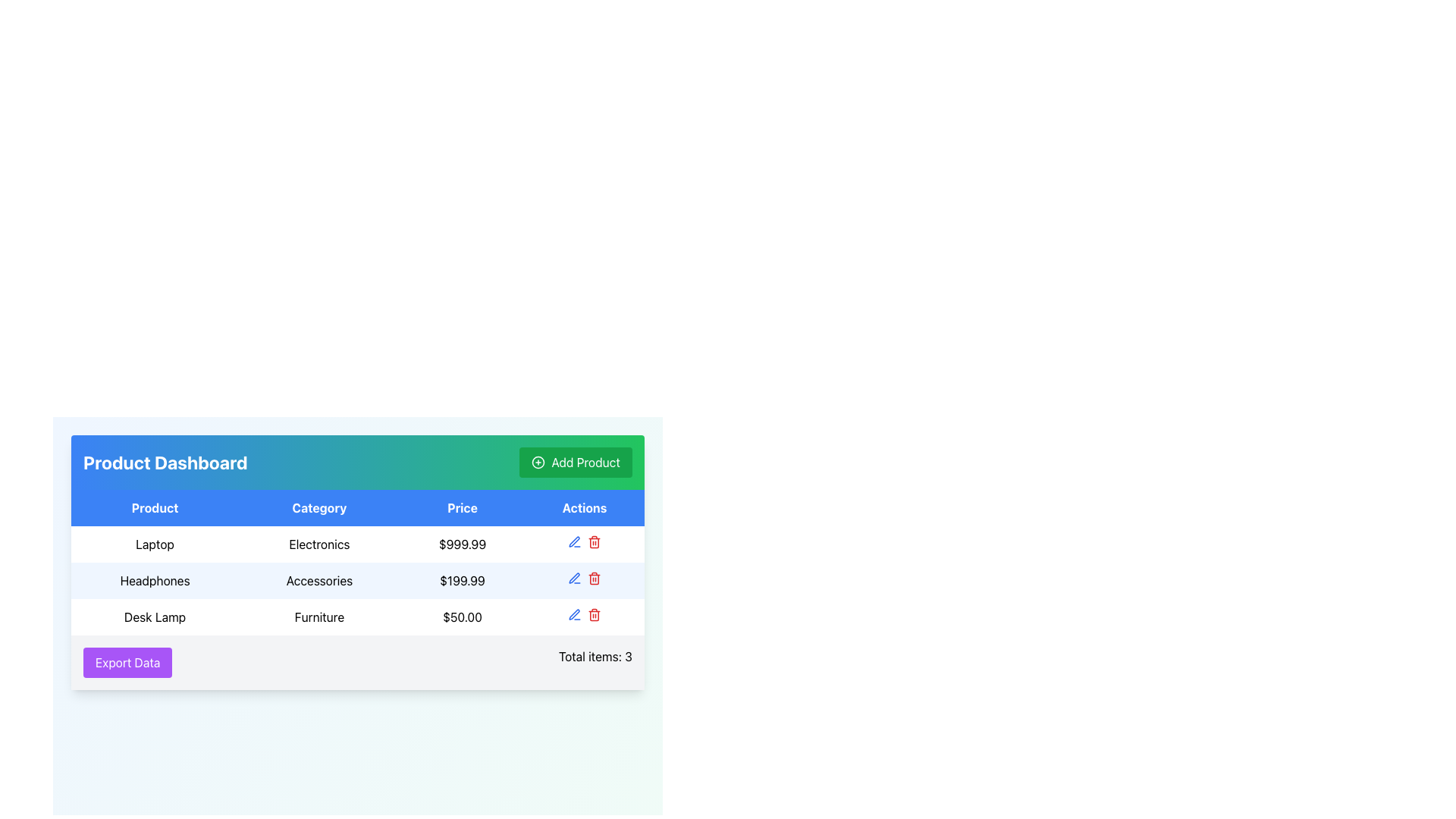  What do you see at coordinates (461, 617) in the screenshot?
I see `the price display for the product 'Desk Lamp' in the third column of the last table row` at bounding box center [461, 617].